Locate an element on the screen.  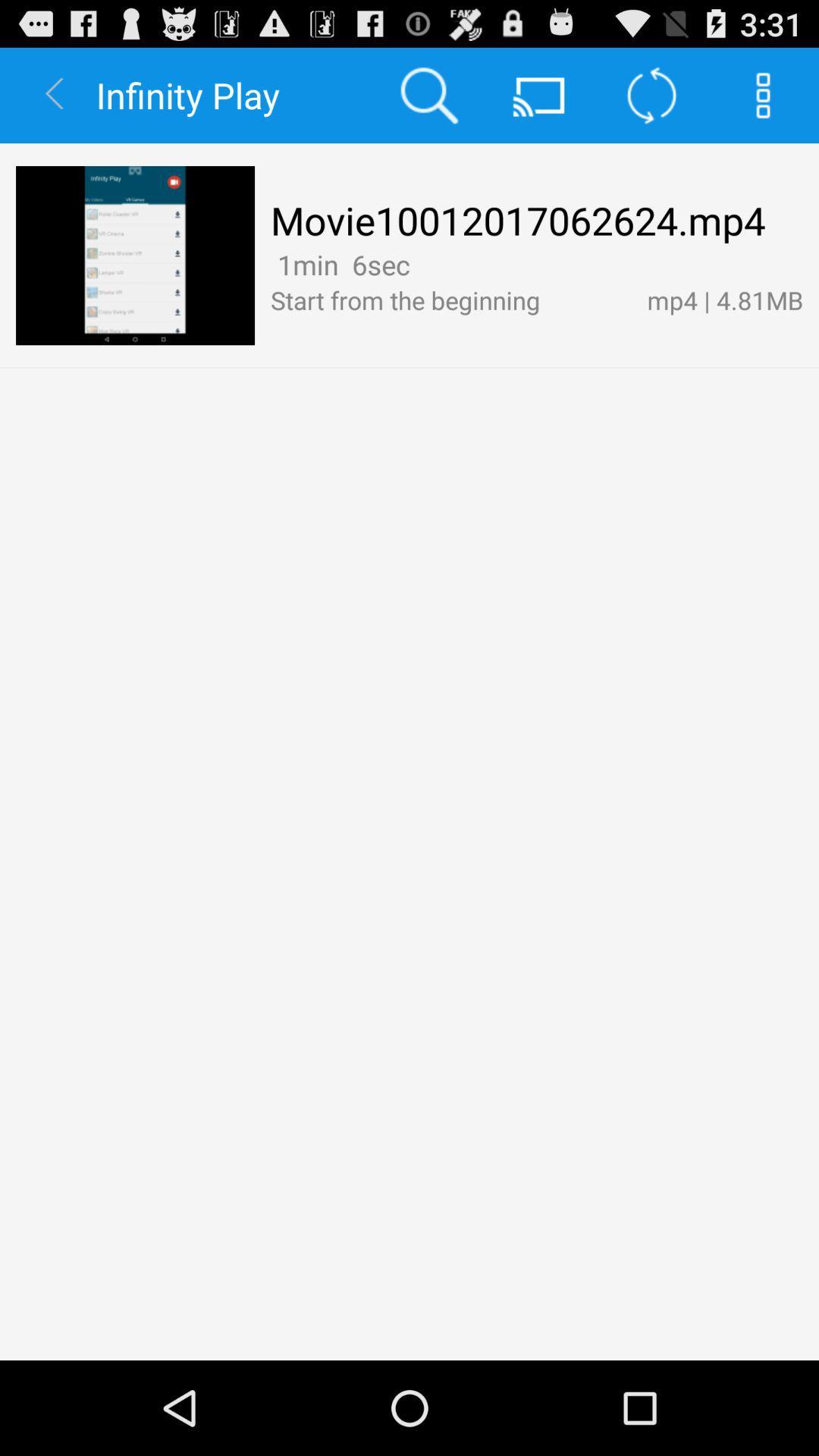
item next to movie10012017062624.mp4 item is located at coordinates (134, 256).